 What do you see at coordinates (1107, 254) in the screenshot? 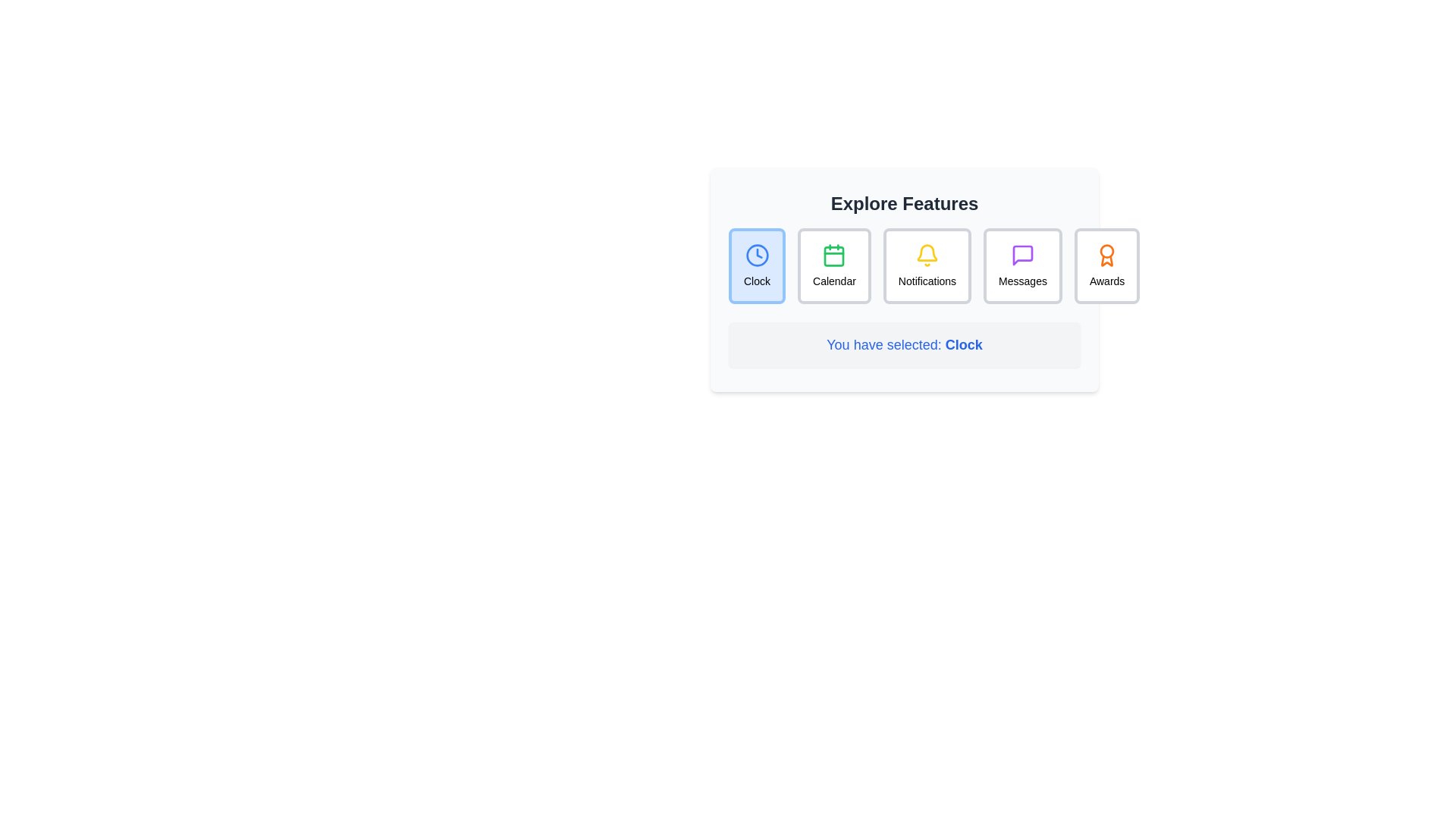
I see `the orange award ribbon icon located on the far-right side of the icons under the 'Explore Features' heading, which is directly above the 'Awards' label` at bounding box center [1107, 254].